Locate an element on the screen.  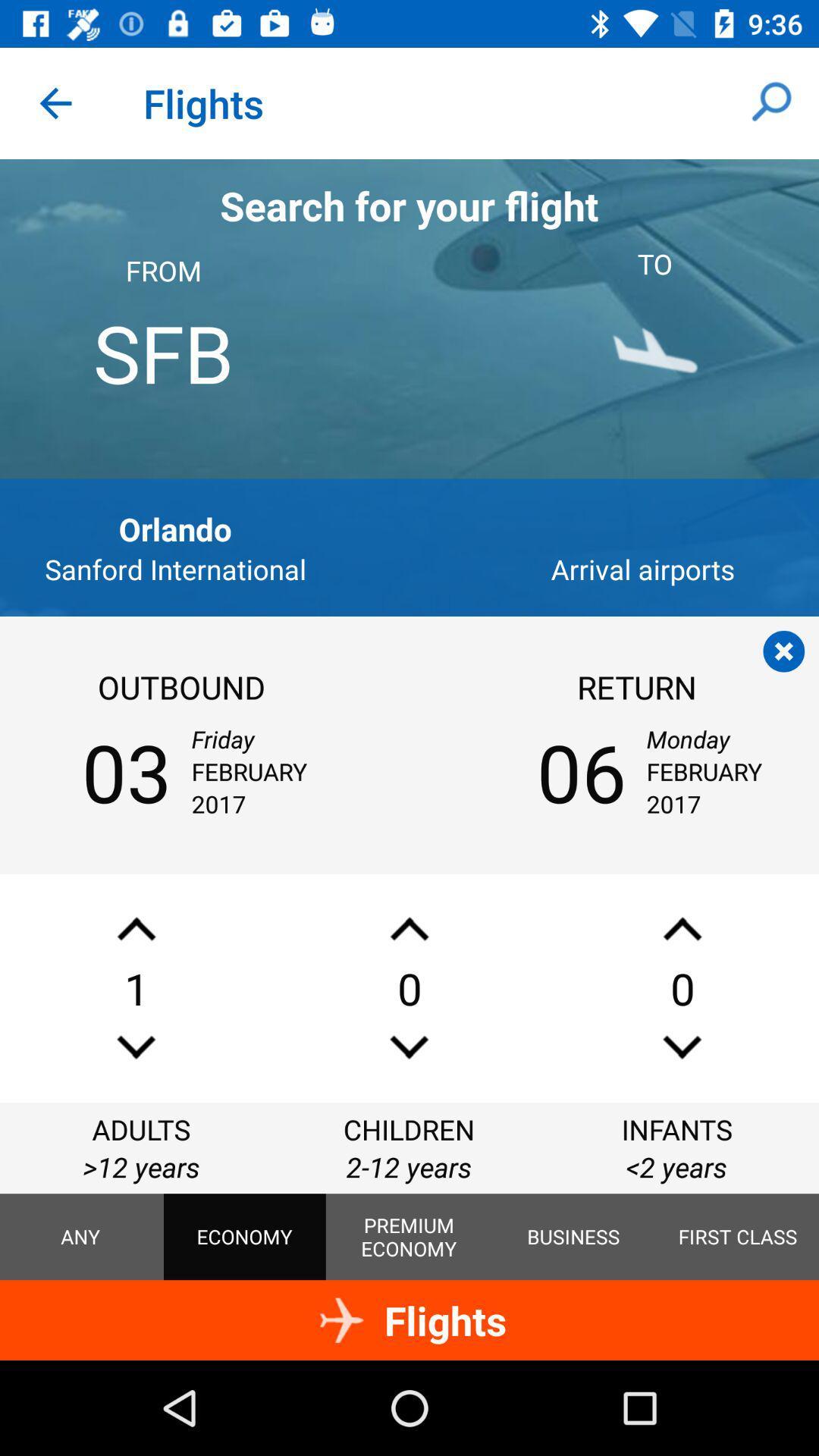
lower your number of infant passengers is located at coordinates (681, 1046).